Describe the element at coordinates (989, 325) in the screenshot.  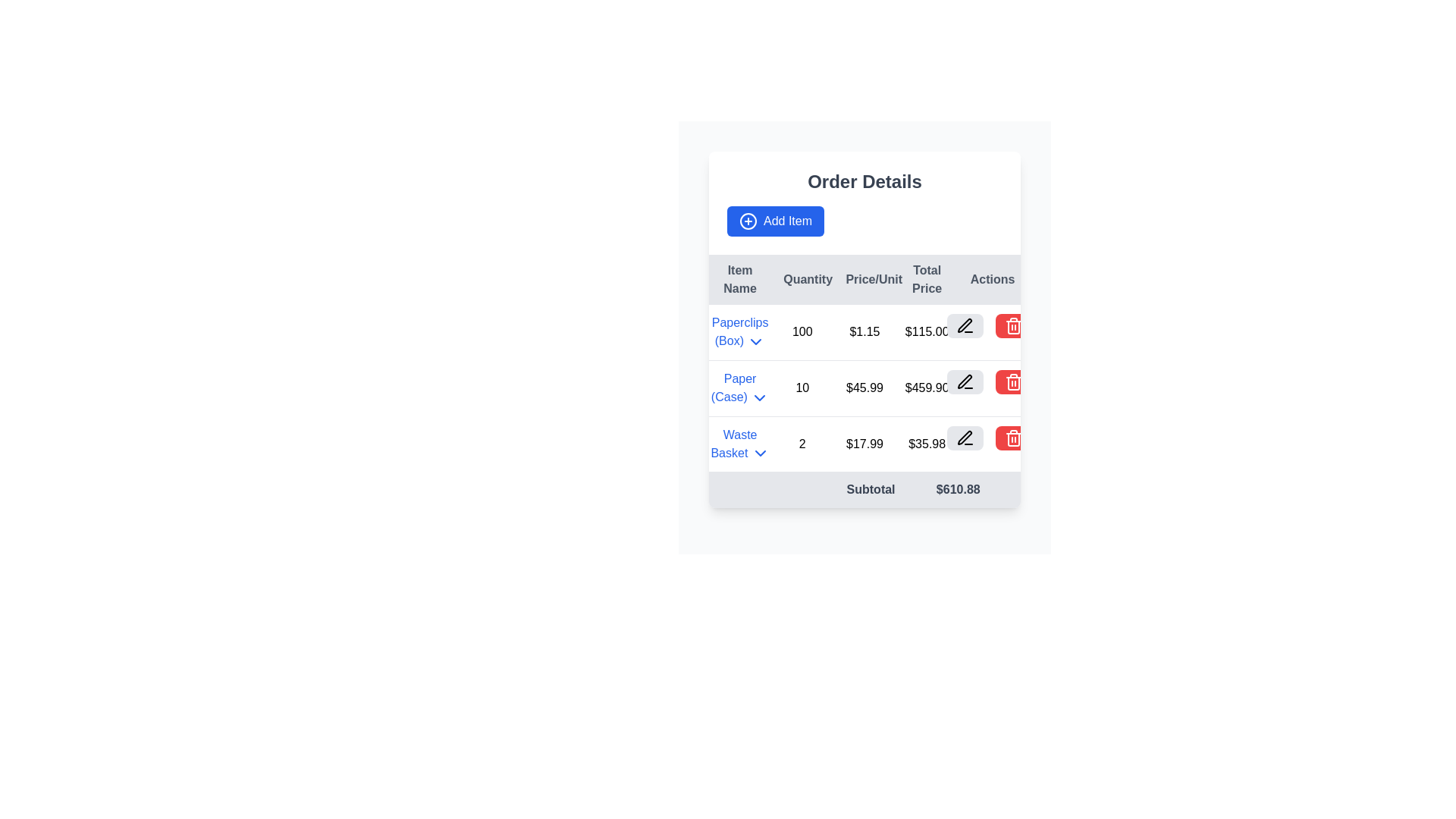
I see `the Edit button in the Grouped action buttons for the 'Paperclips (Box)' entry located in the Actions column of the first row` at that location.